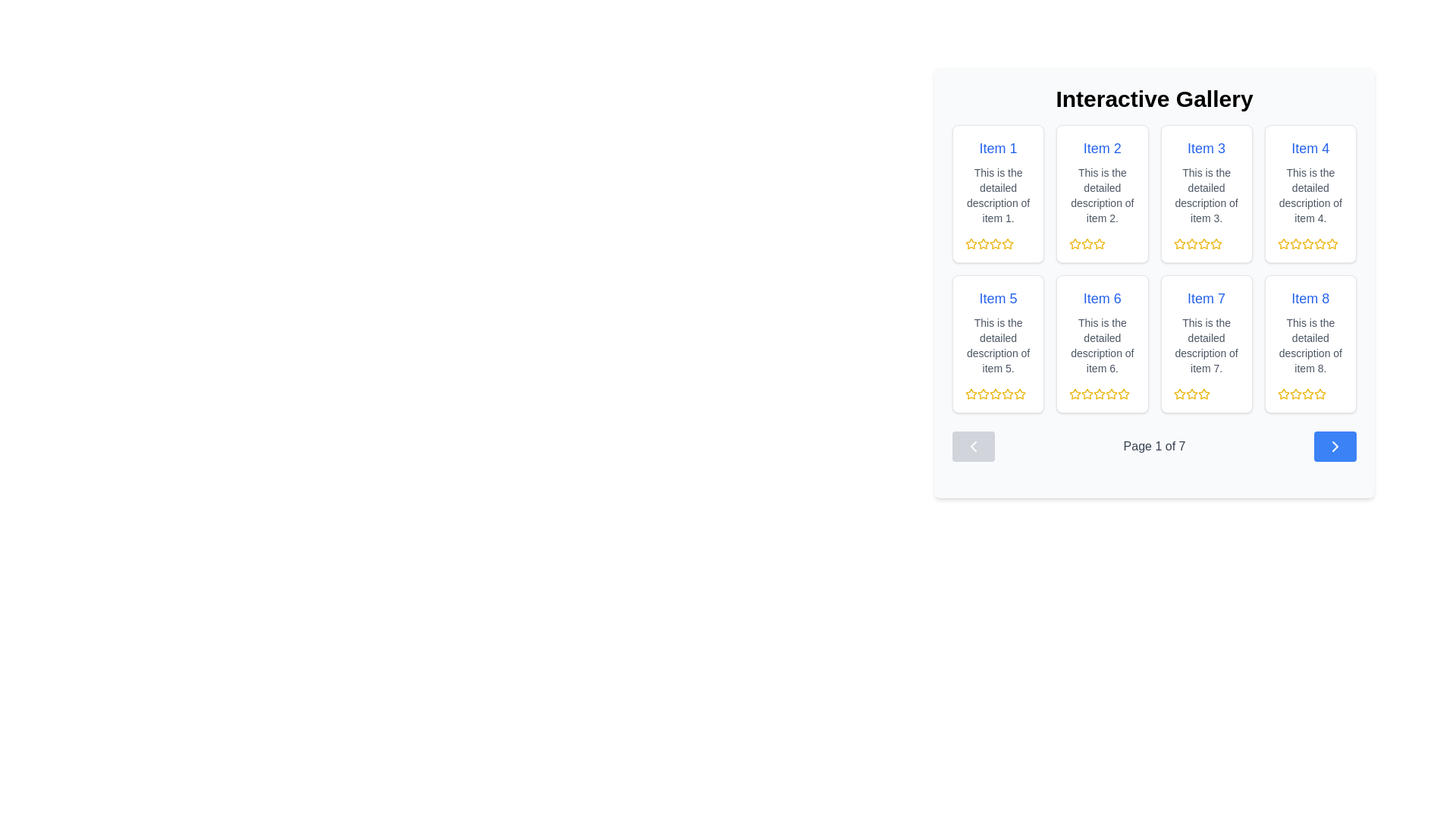  What do you see at coordinates (1102, 344) in the screenshot?
I see `description of the Informational card located in the second row and second column of a 2x4 grid layout` at bounding box center [1102, 344].